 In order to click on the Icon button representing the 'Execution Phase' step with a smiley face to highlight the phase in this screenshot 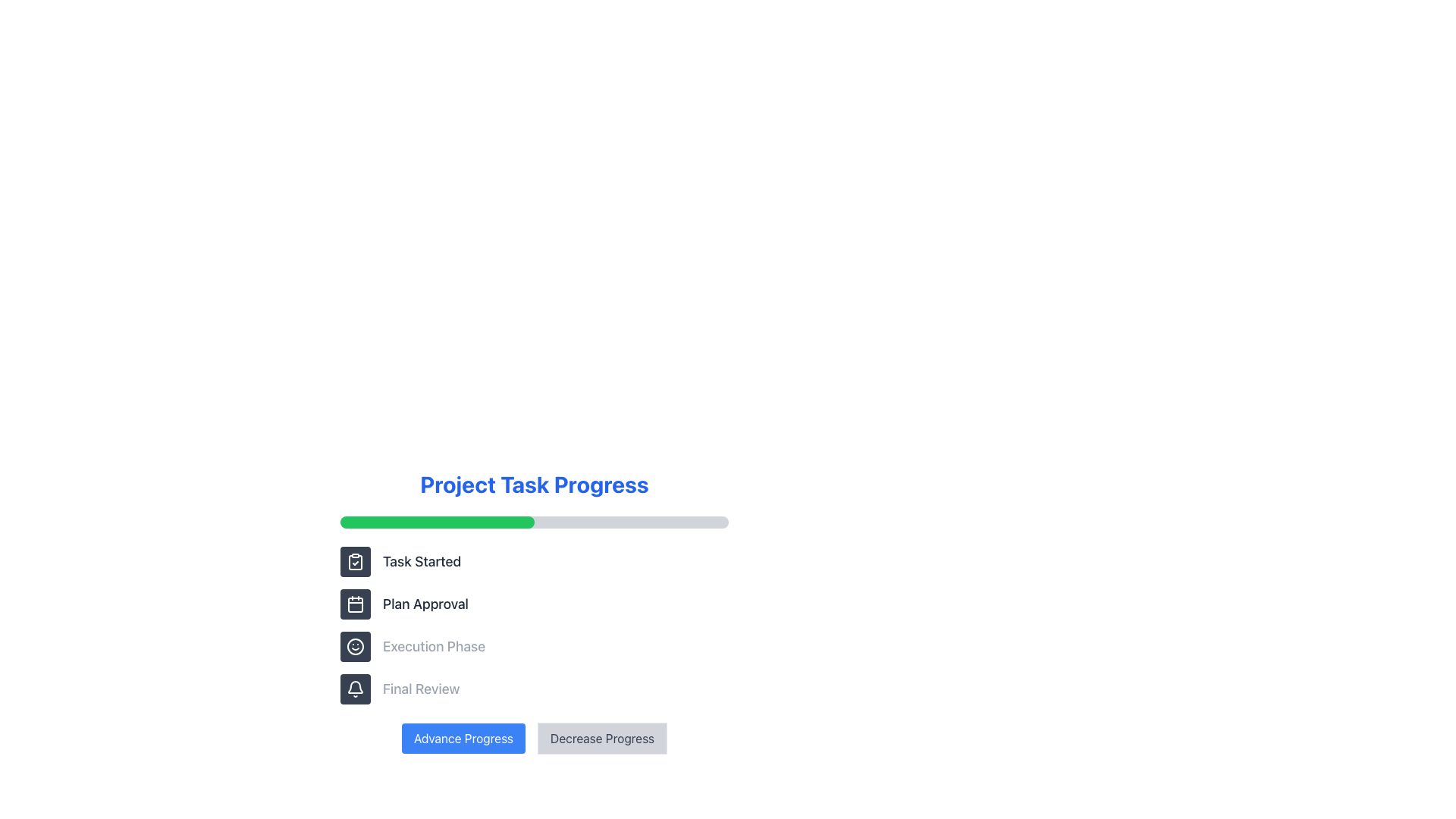, I will do `click(355, 646)`.